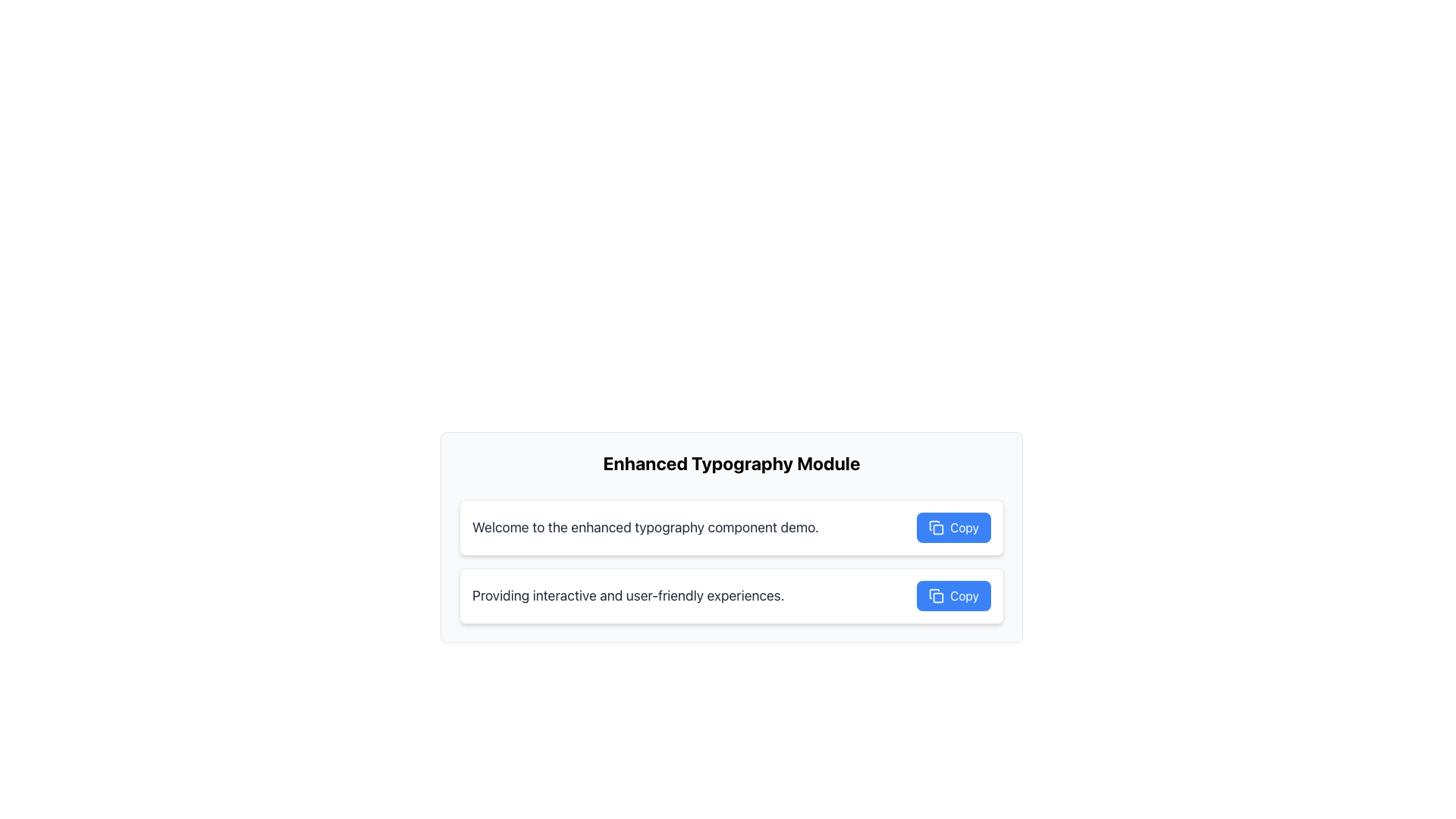 The width and height of the screenshot is (1456, 819). I want to click on the 'Copy' button, which features a modern icon of overlapping documents and is located on the right side of the button labeled 'Copy', so click(936, 595).